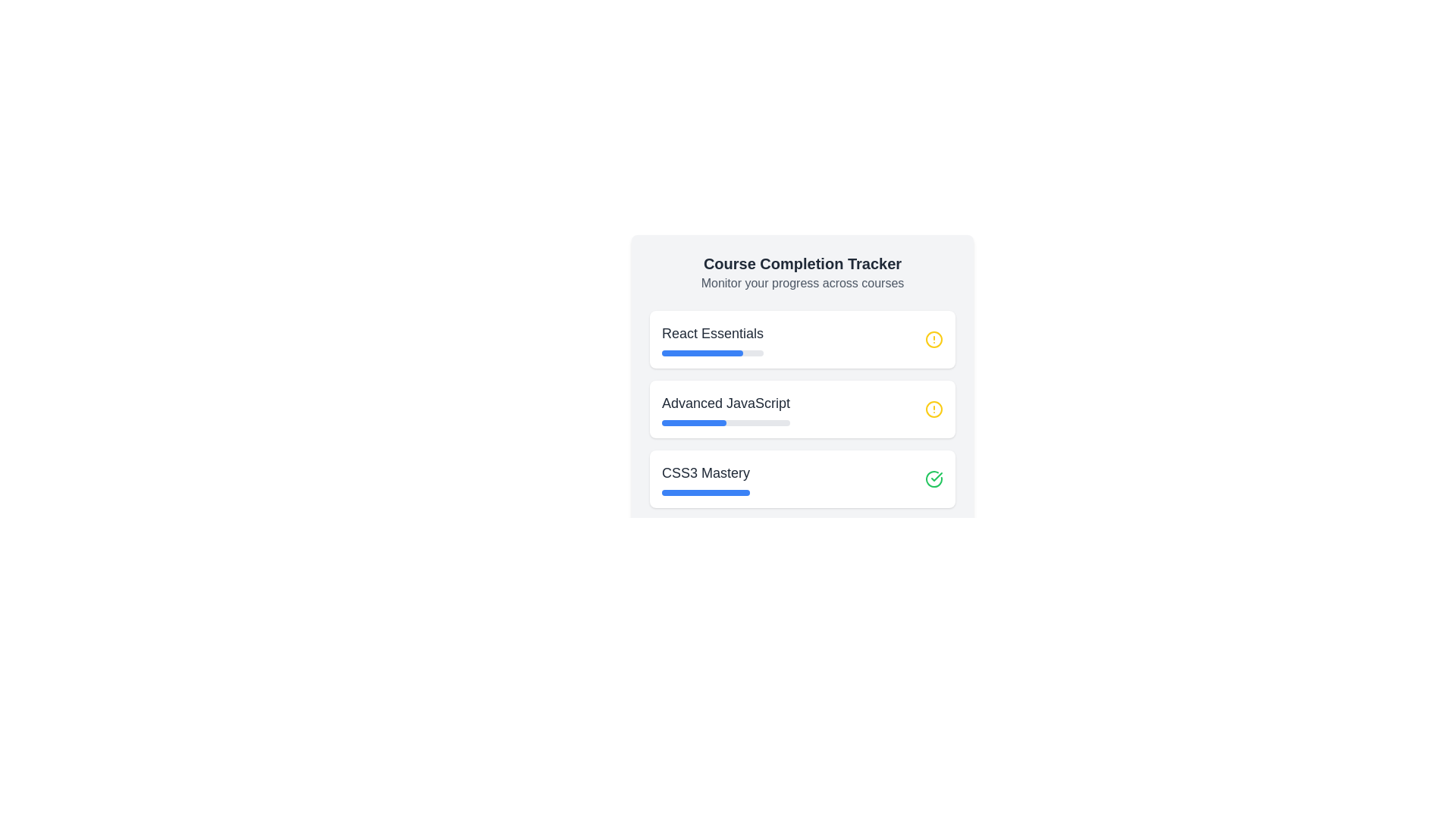 The width and height of the screenshot is (1456, 819). I want to click on the text element displaying 'Monitor your progress across courses', which is located beneath the 'Course Completion Tracker' heading, so click(802, 284).